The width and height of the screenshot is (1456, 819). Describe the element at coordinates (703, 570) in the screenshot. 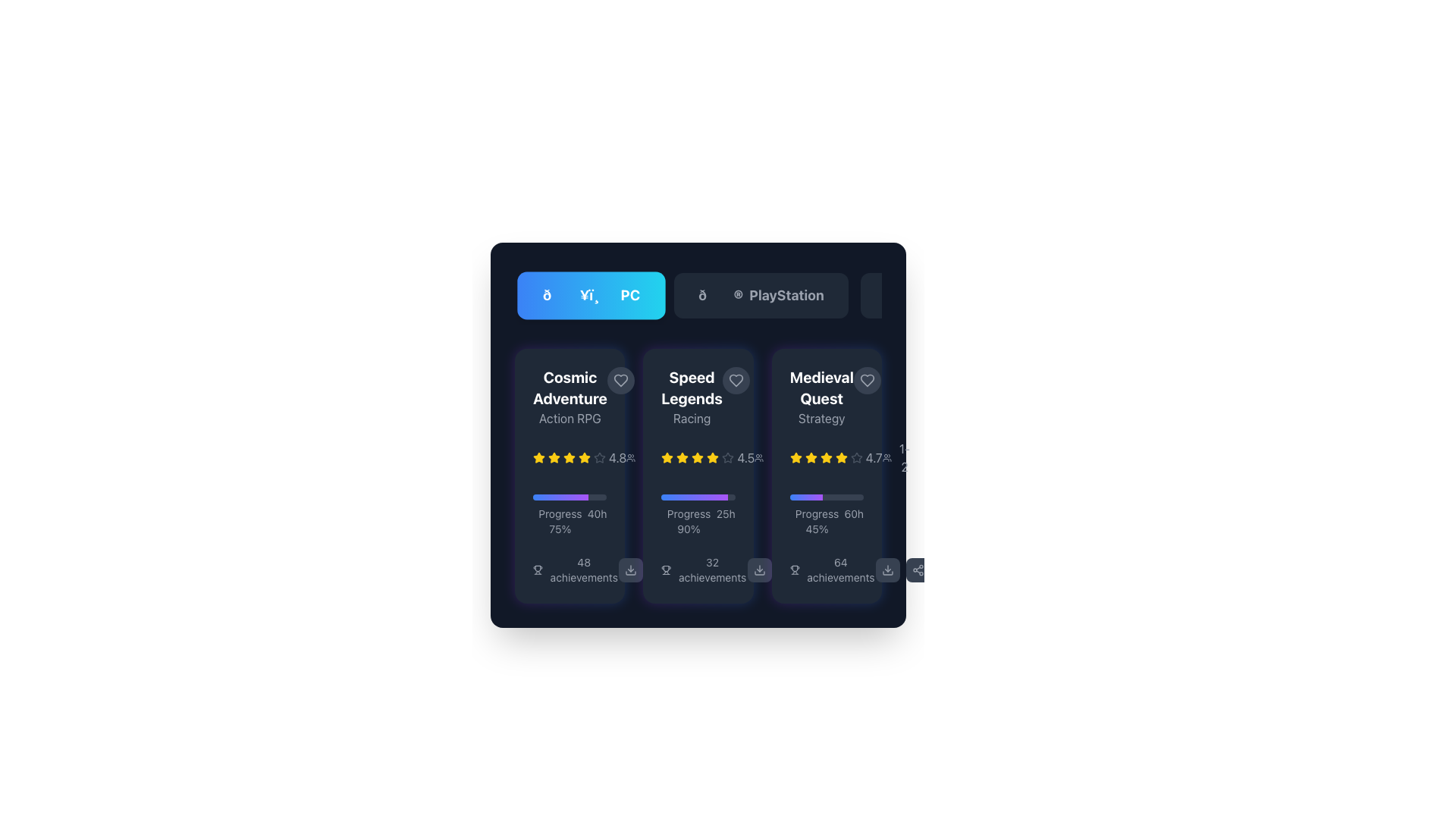

I see `the static text element displaying '32 achievements' with a trophy icon, located in the middle card of the game 'Speed Legends'` at that location.